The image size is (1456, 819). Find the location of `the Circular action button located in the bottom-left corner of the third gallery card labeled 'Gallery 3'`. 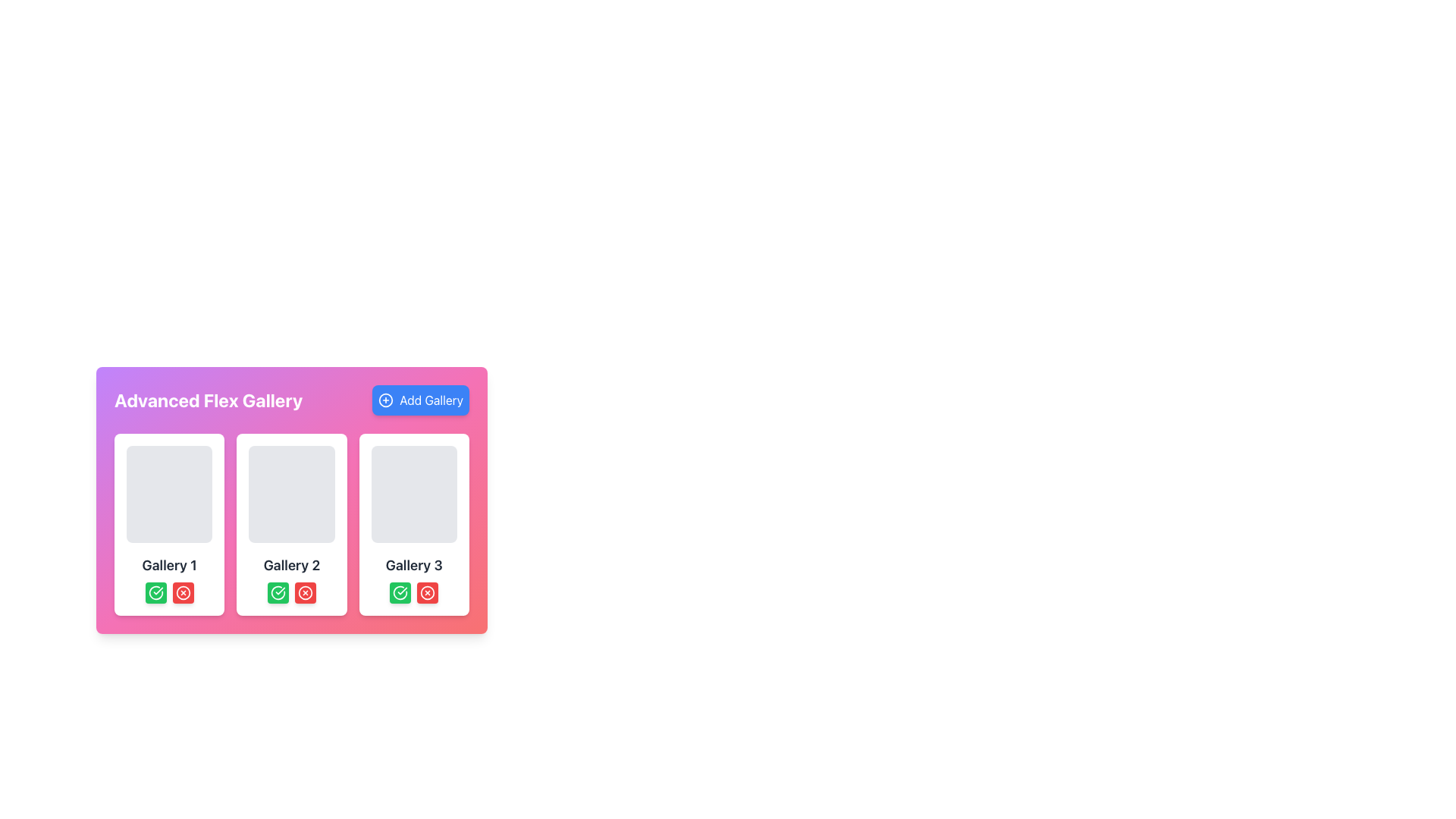

the Circular action button located in the bottom-left corner of the third gallery card labeled 'Gallery 3' is located at coordinates (400, 592).